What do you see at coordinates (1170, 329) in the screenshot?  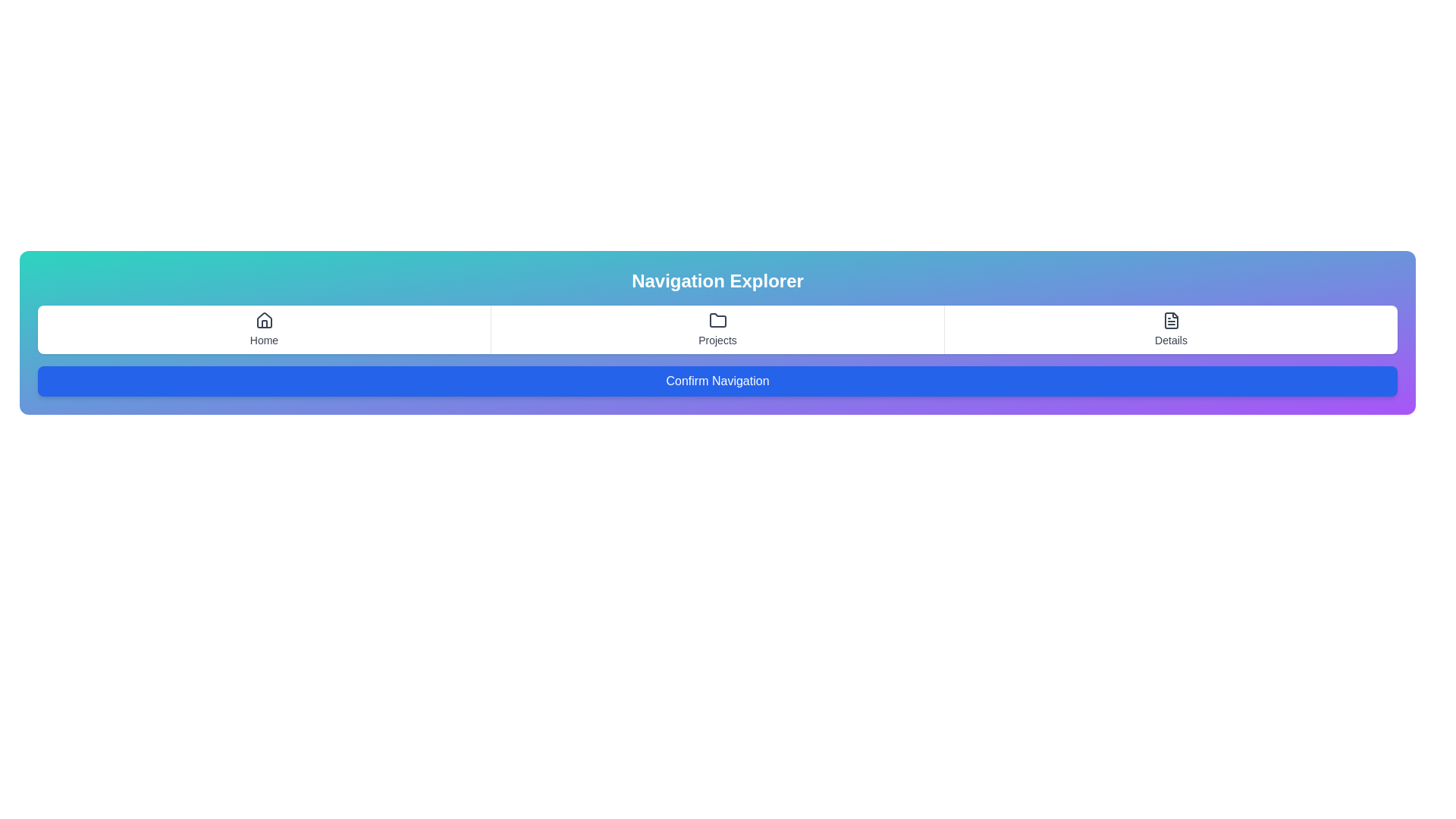 I see `the 'Details' tab` at bounding box center [1170, 329].